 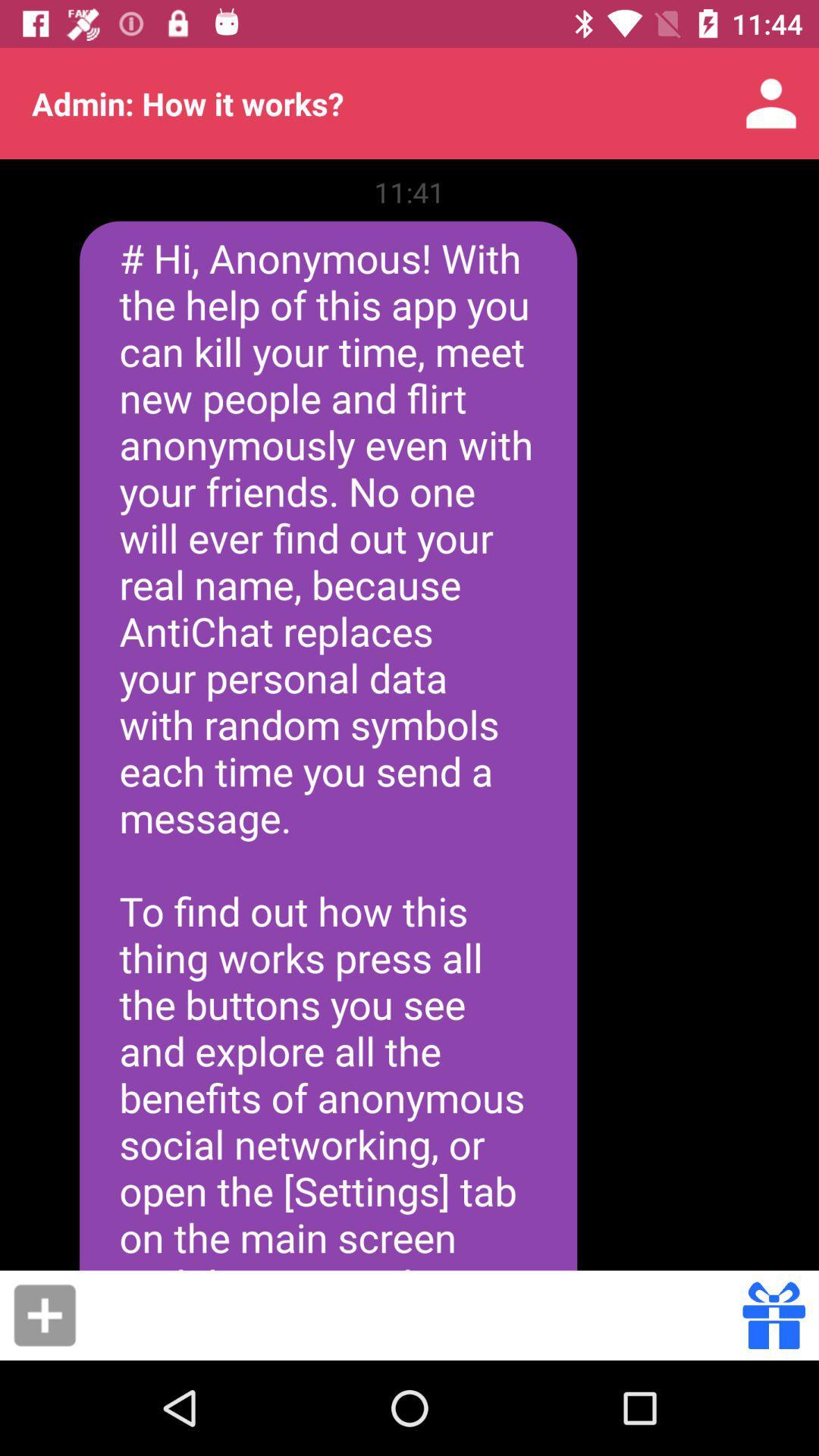 What do you see at coordinates (328, 745) in the screenshot?
I see `hi anonymous with at the center` at bounding box center [328, 745].